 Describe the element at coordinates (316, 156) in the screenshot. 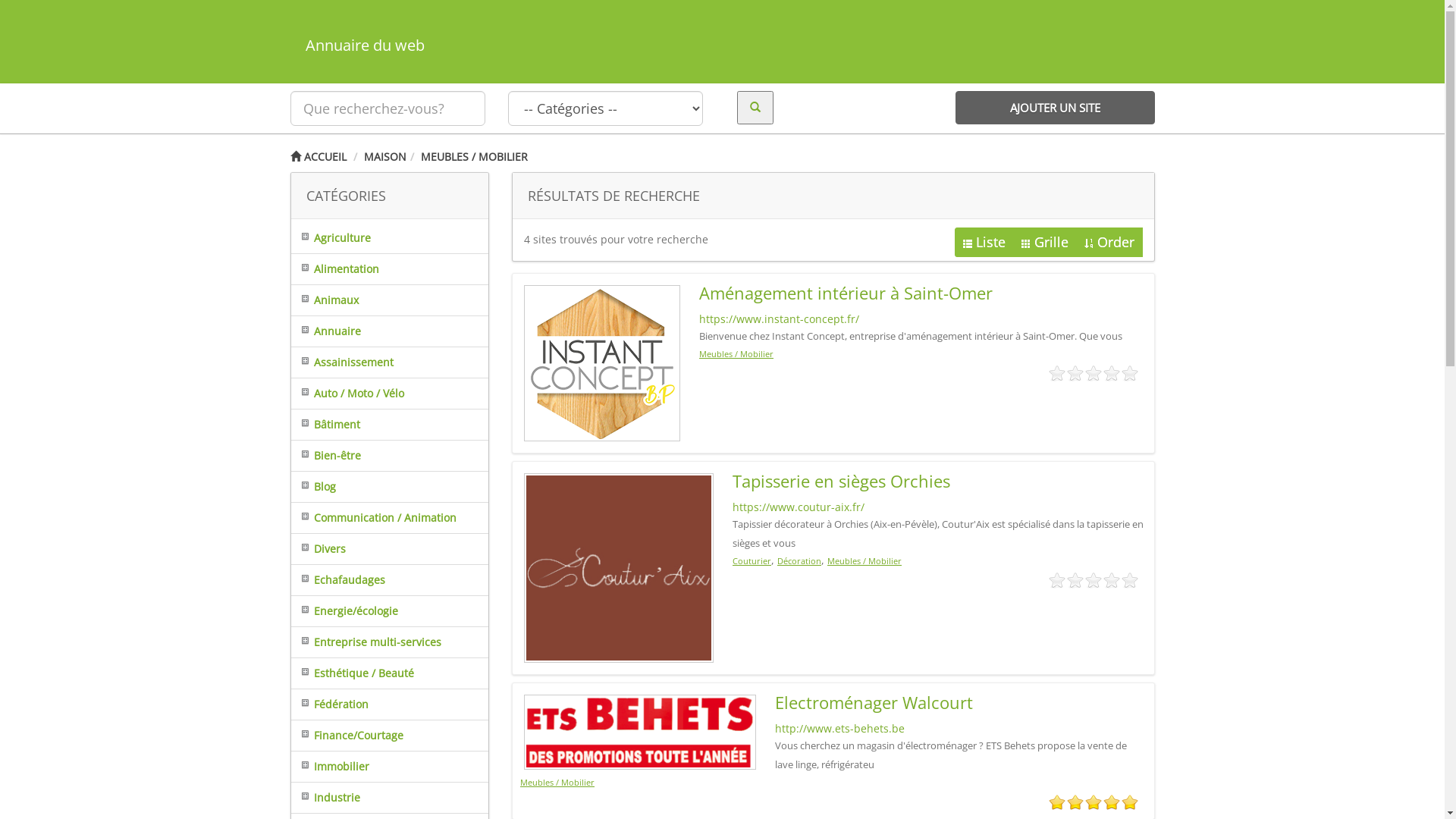

I see `'ACCUEIL'` at that location.